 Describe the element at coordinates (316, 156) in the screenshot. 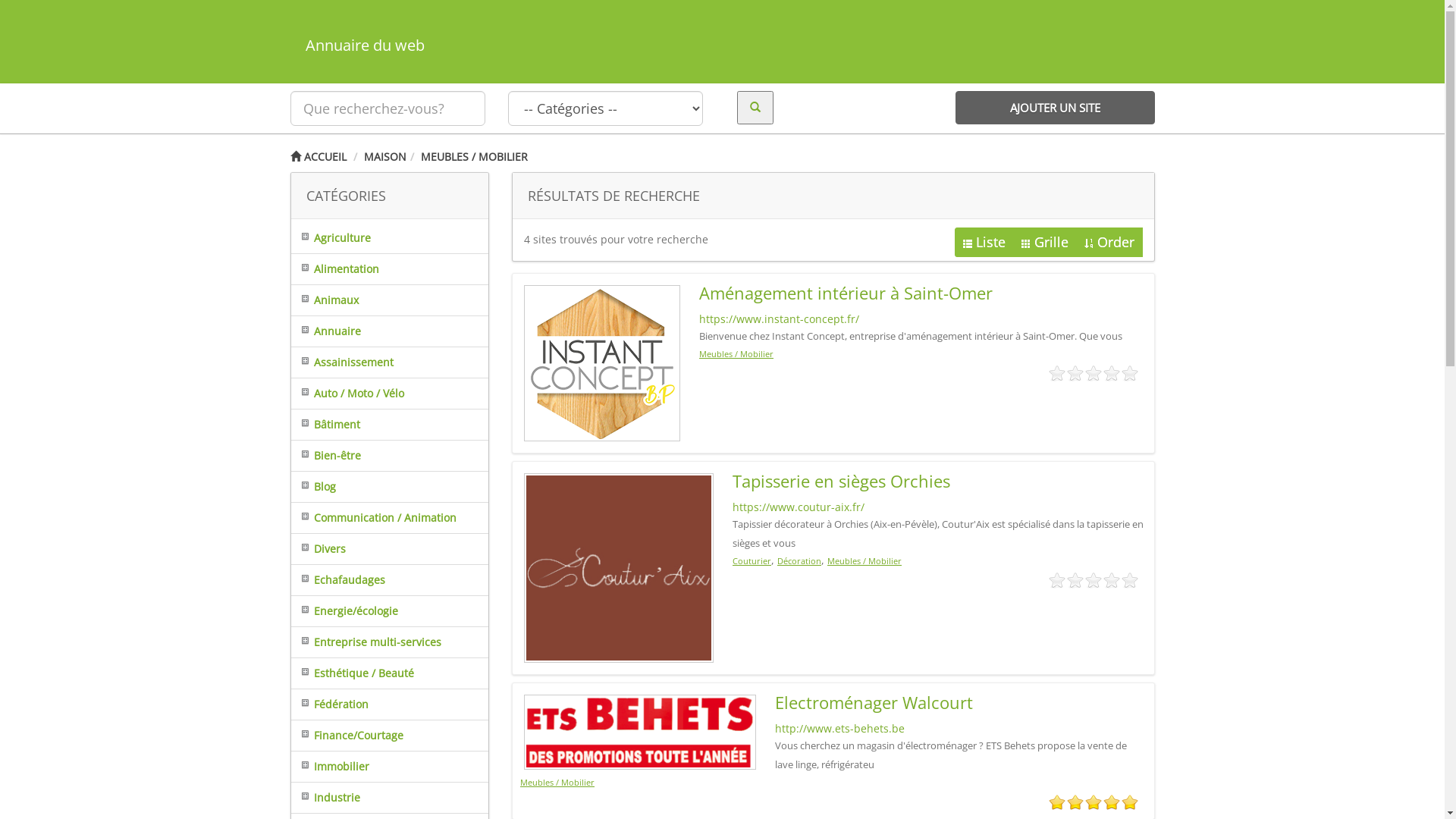

I see `'ACCUEIL'` at that location.